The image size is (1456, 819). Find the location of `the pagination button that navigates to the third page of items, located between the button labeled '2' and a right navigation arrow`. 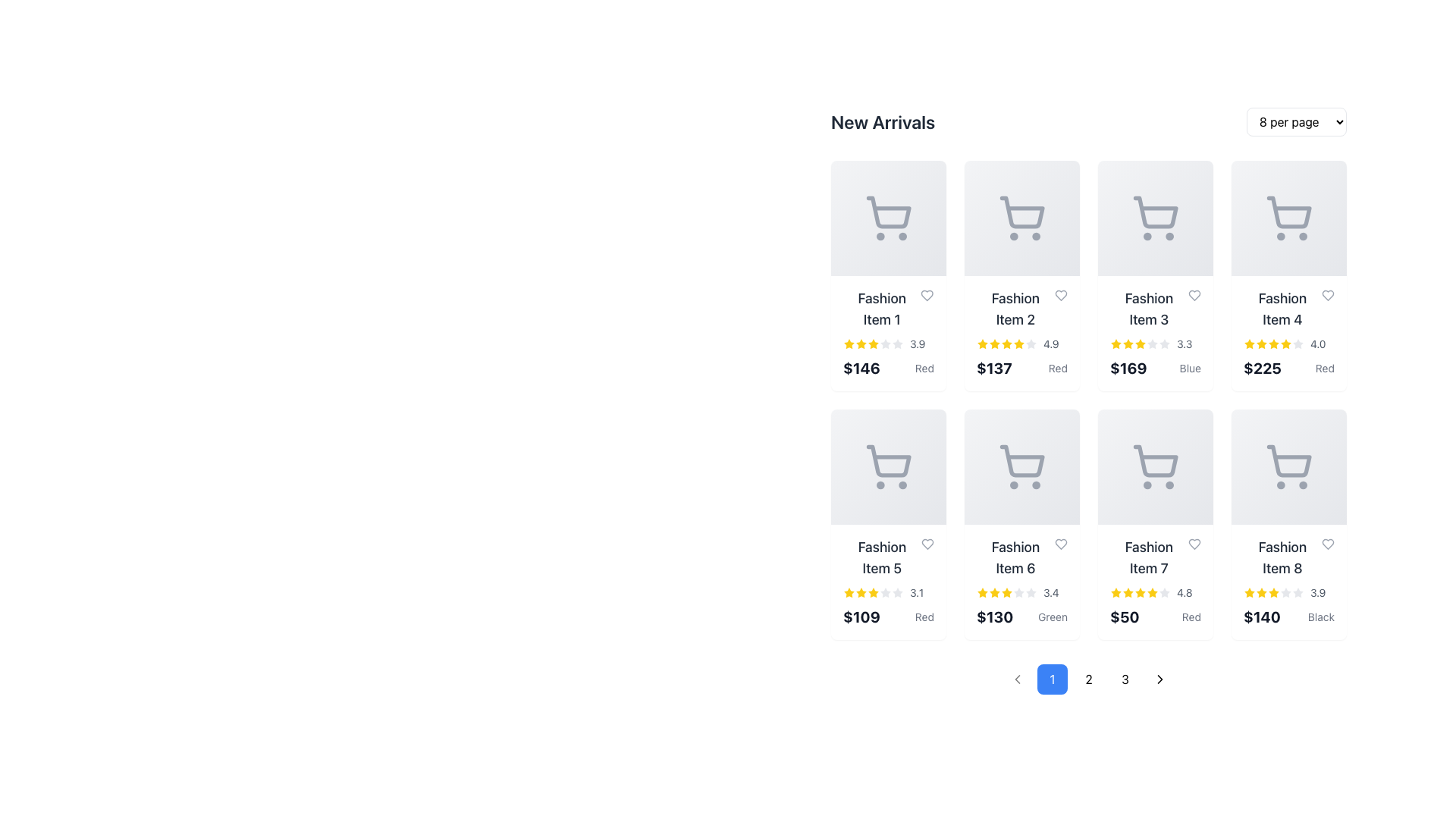

the pagination button that navigates to the third page of items, located between the button labeled '2' and a right navigation arrow is located at coordinates (1125, 678).